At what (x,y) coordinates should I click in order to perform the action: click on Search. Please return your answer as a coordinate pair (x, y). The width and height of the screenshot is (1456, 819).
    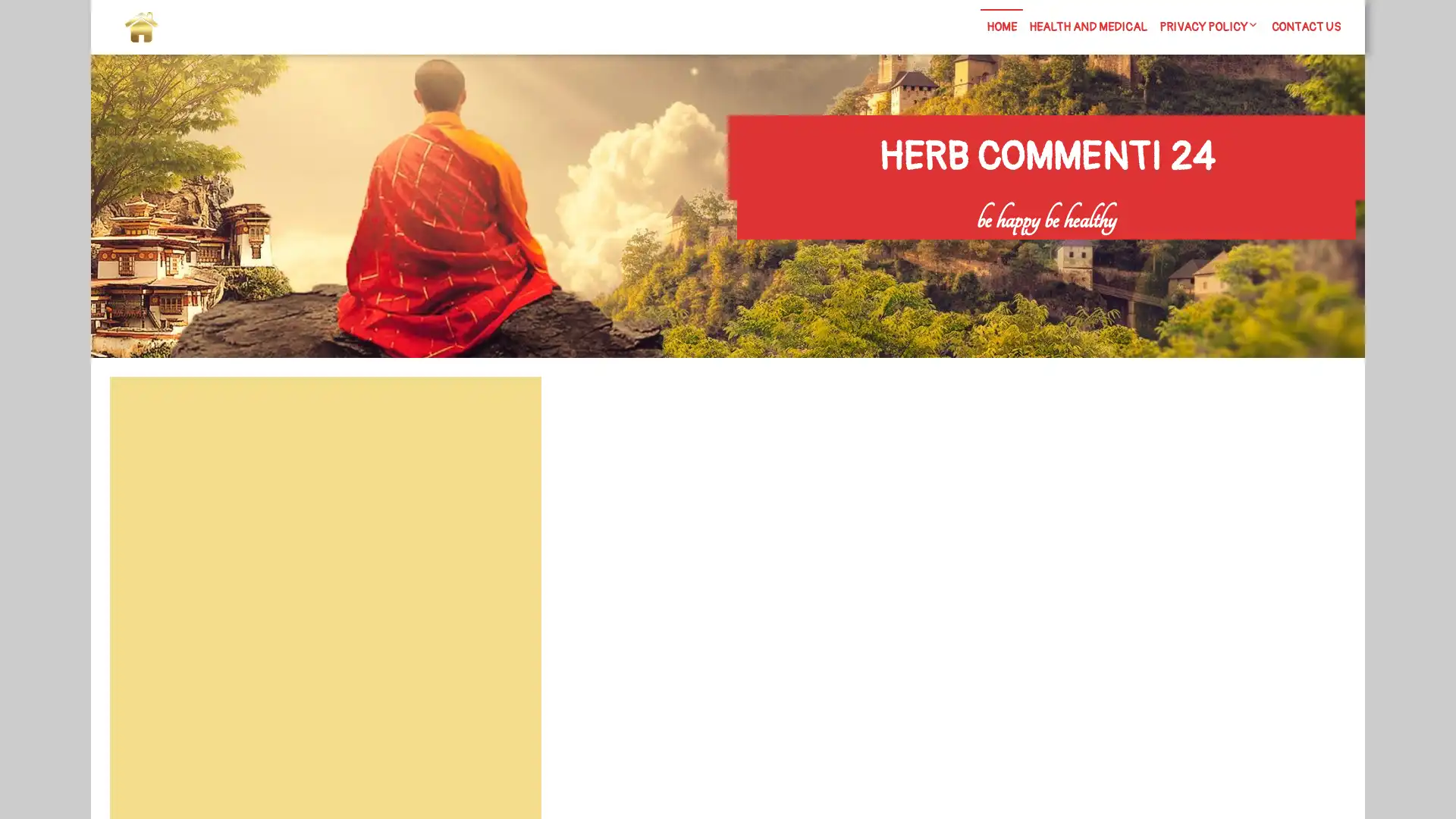
    Looking at the image, I should click on (506, 413).